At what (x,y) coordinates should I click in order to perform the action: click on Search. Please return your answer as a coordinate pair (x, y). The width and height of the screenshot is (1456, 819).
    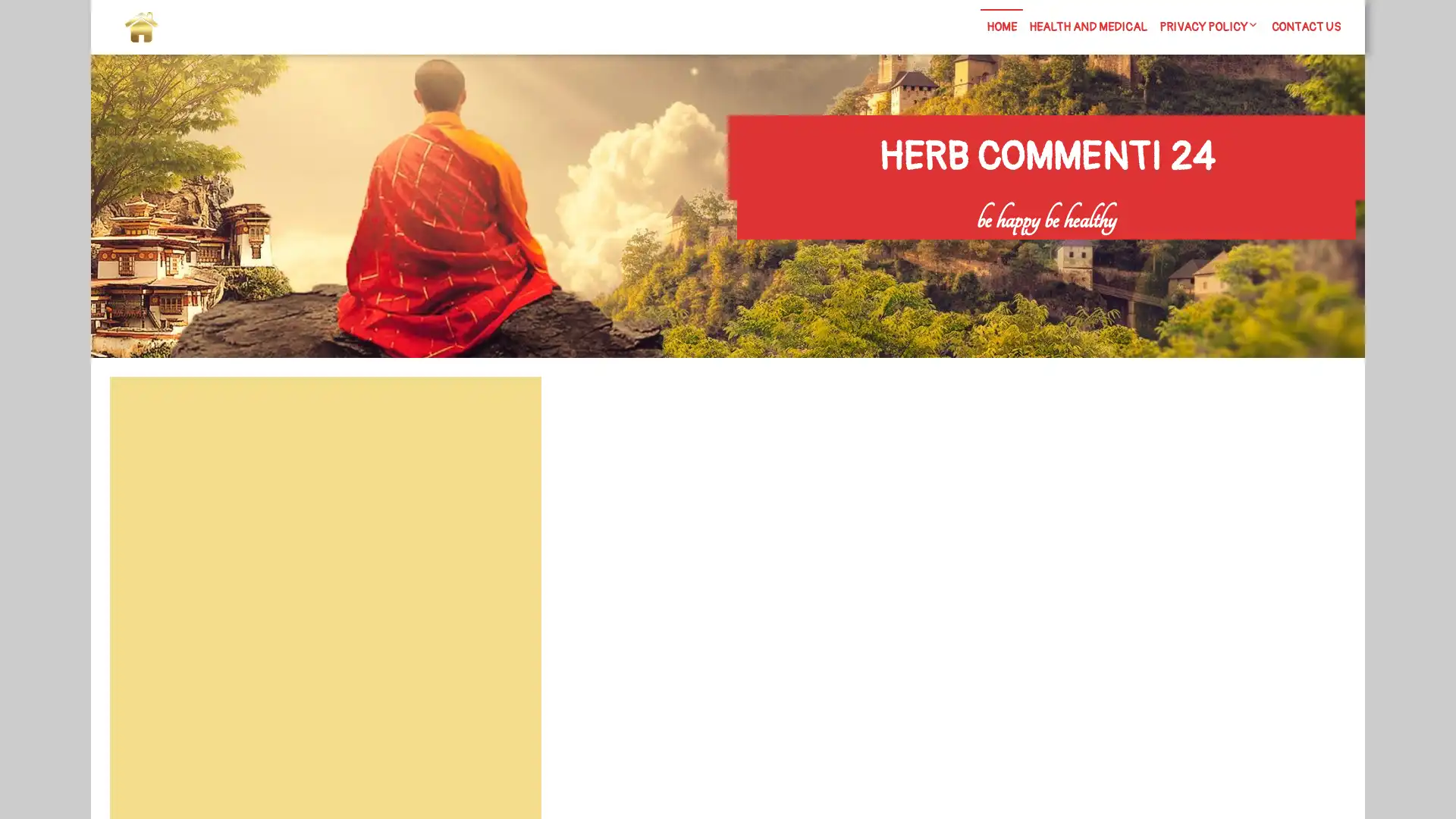
    Looking at the image, I should click on (506, 413).